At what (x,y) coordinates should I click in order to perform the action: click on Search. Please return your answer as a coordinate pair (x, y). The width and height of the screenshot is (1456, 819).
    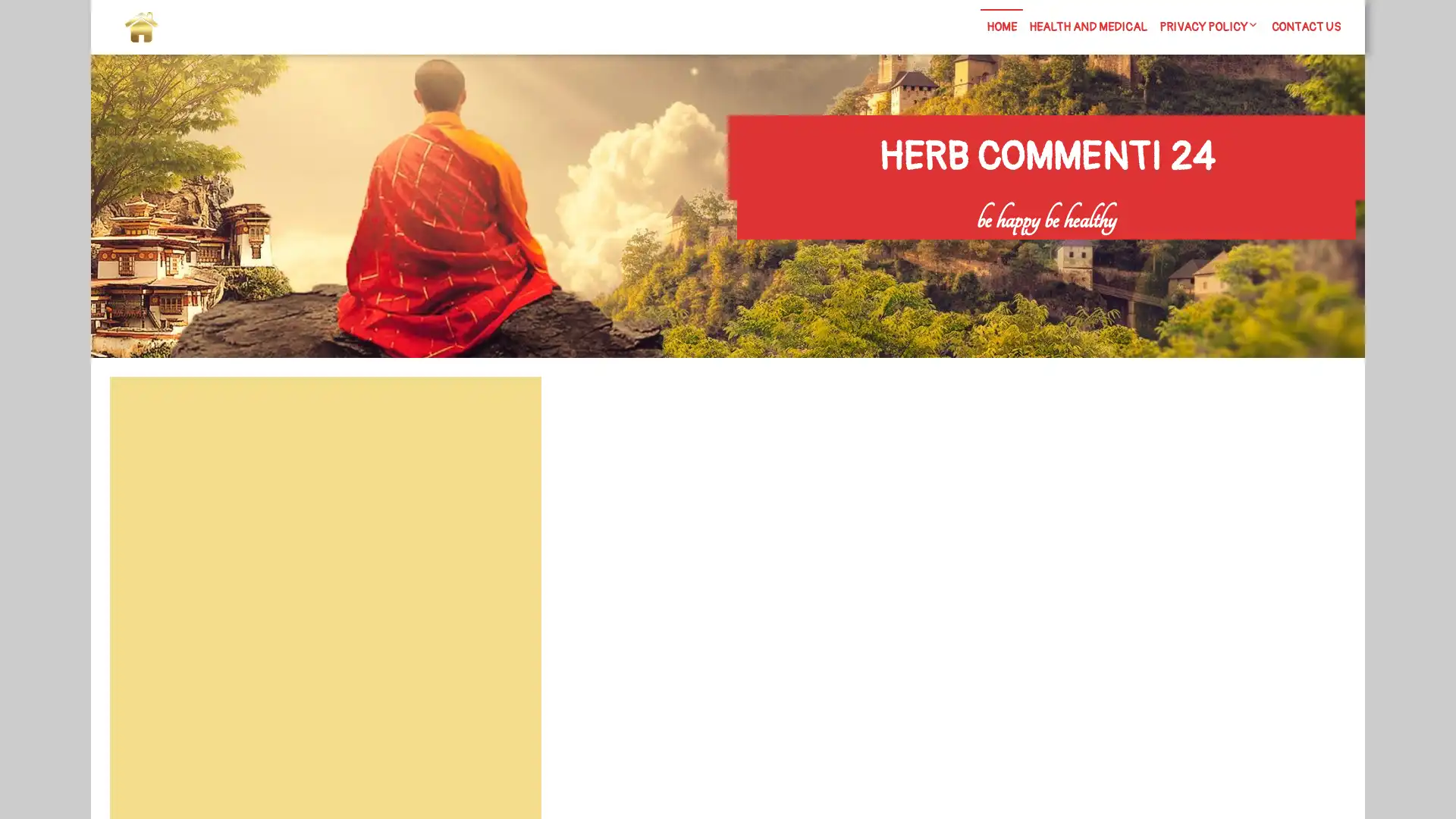
    Looking at the image, I should click on (506, 413).